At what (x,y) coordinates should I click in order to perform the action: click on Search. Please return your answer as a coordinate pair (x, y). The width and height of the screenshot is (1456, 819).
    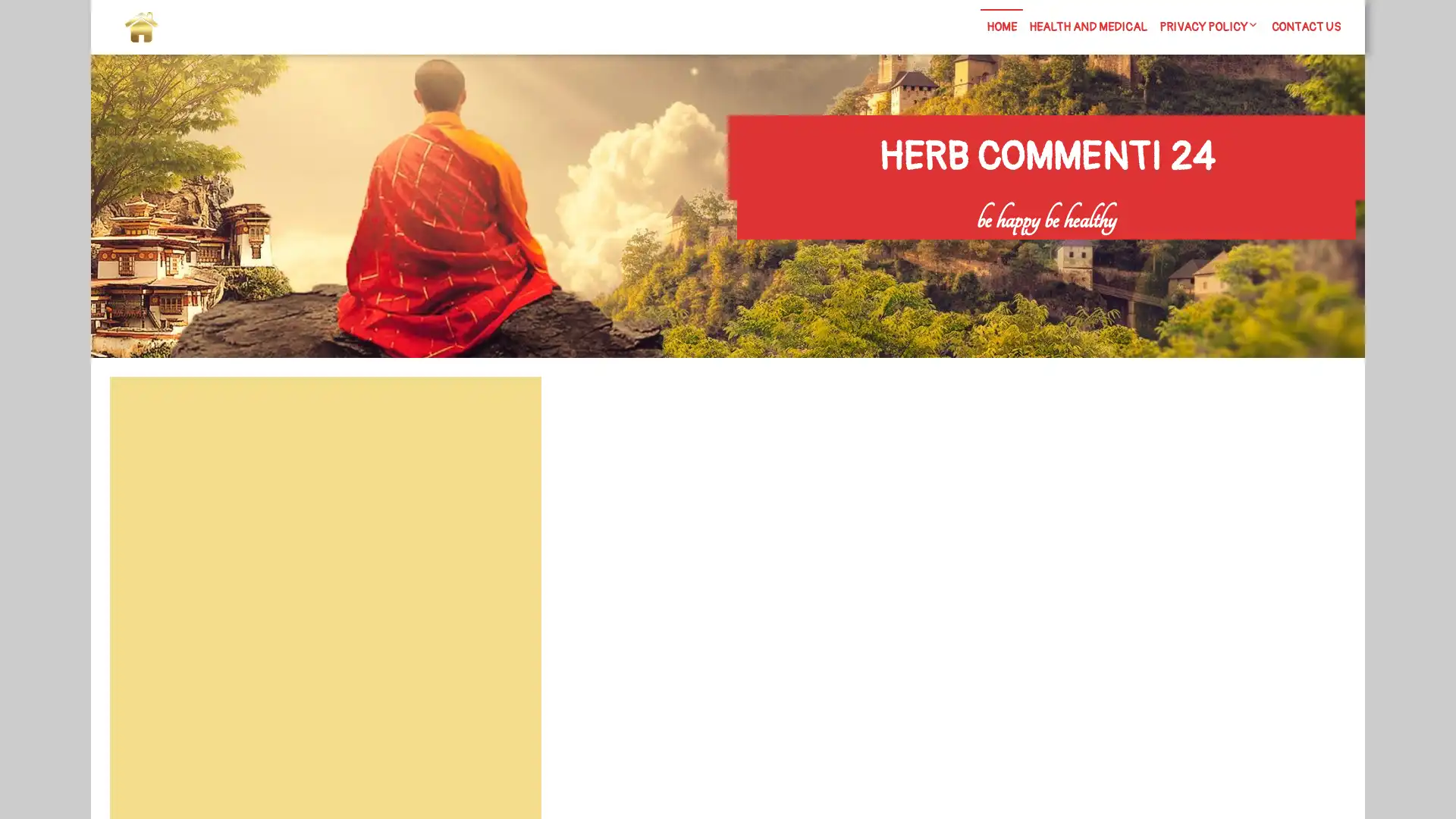
    Looking at the image, I should click on (506, 413).